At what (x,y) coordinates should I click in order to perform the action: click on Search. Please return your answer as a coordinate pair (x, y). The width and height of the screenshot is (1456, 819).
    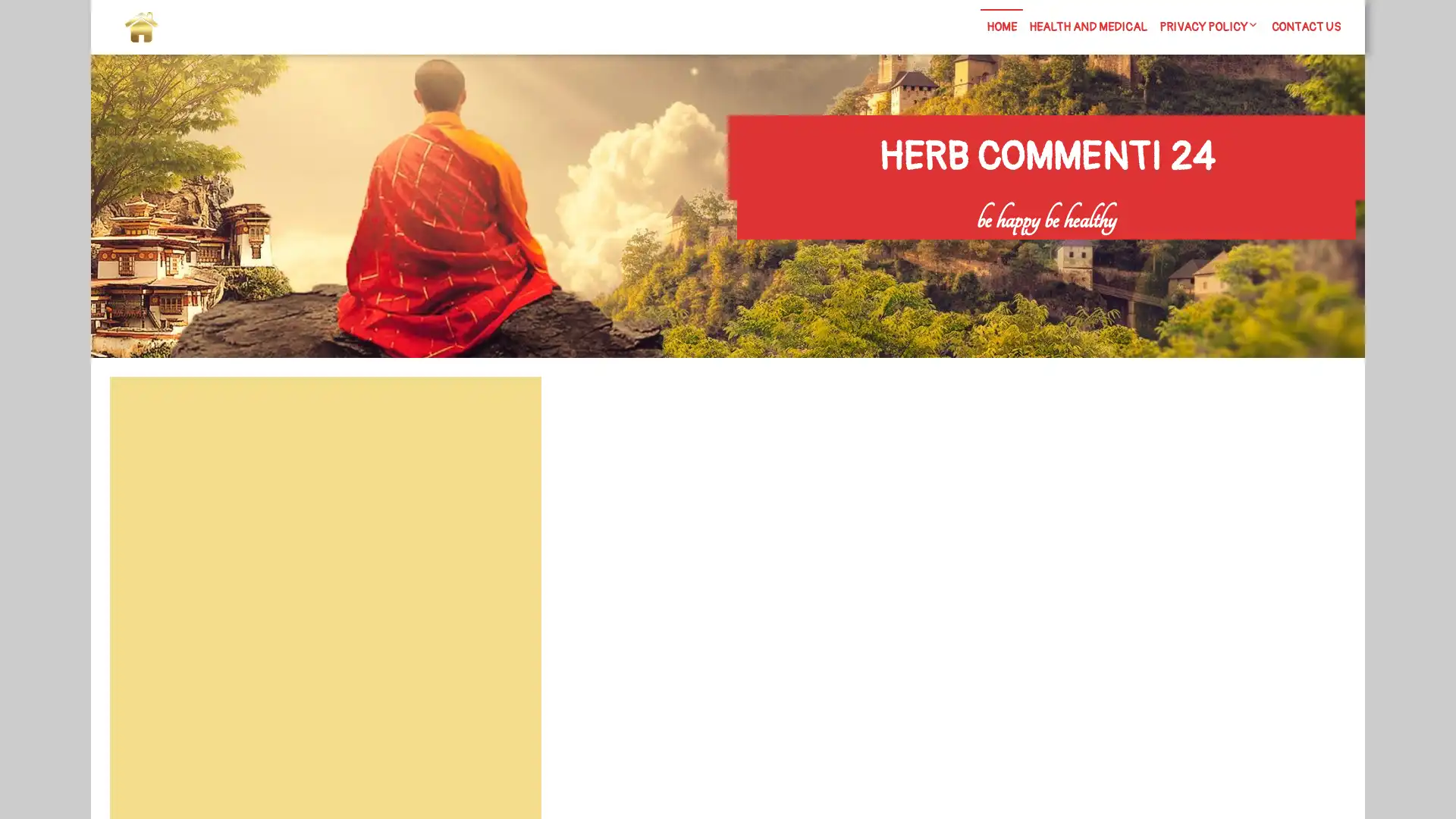
    Looking at the image, I should click on (506, 413).